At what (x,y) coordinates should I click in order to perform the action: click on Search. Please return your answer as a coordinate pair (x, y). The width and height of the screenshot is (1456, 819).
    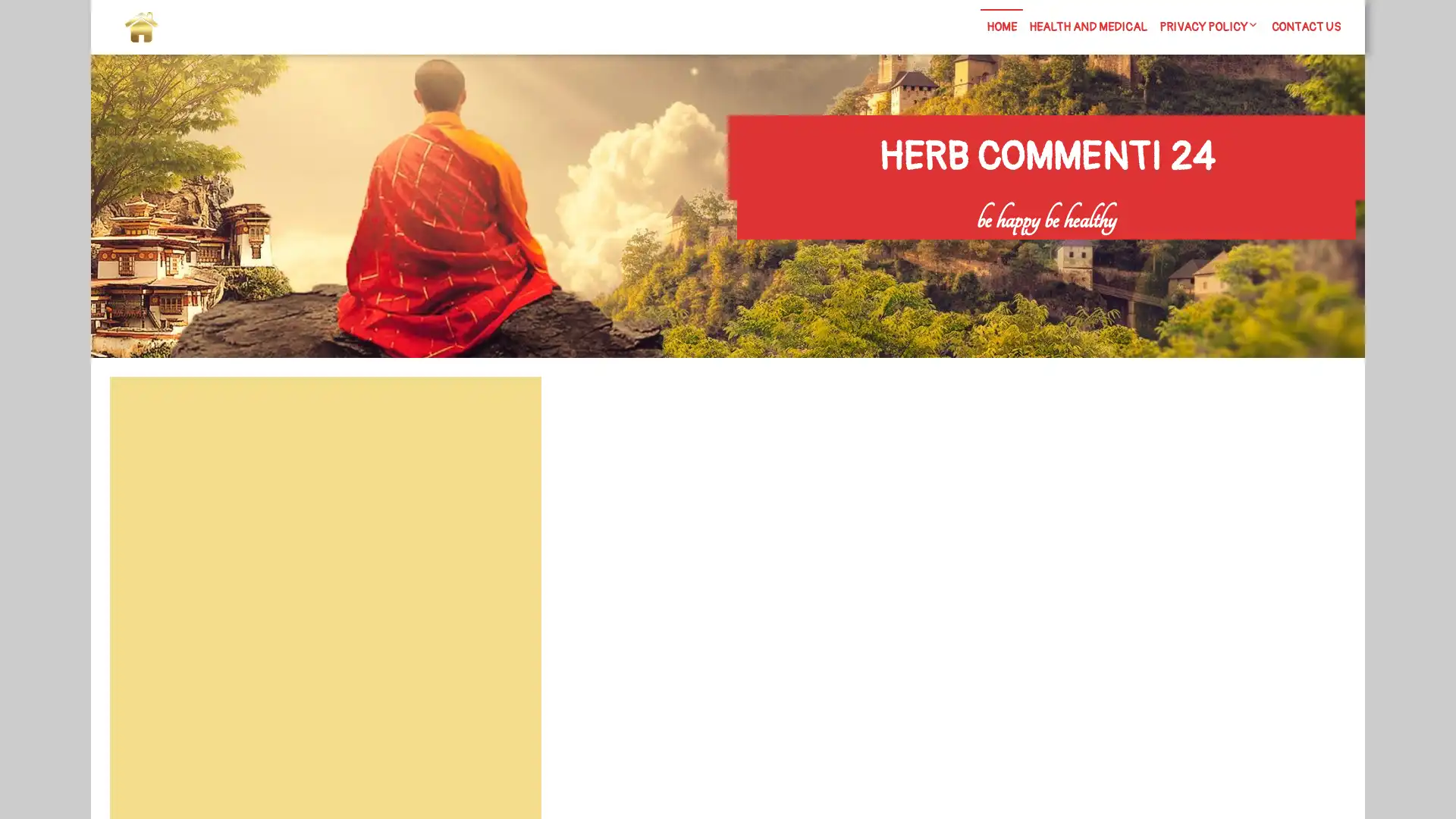
    Looking at the image, I should click on (506, 413).